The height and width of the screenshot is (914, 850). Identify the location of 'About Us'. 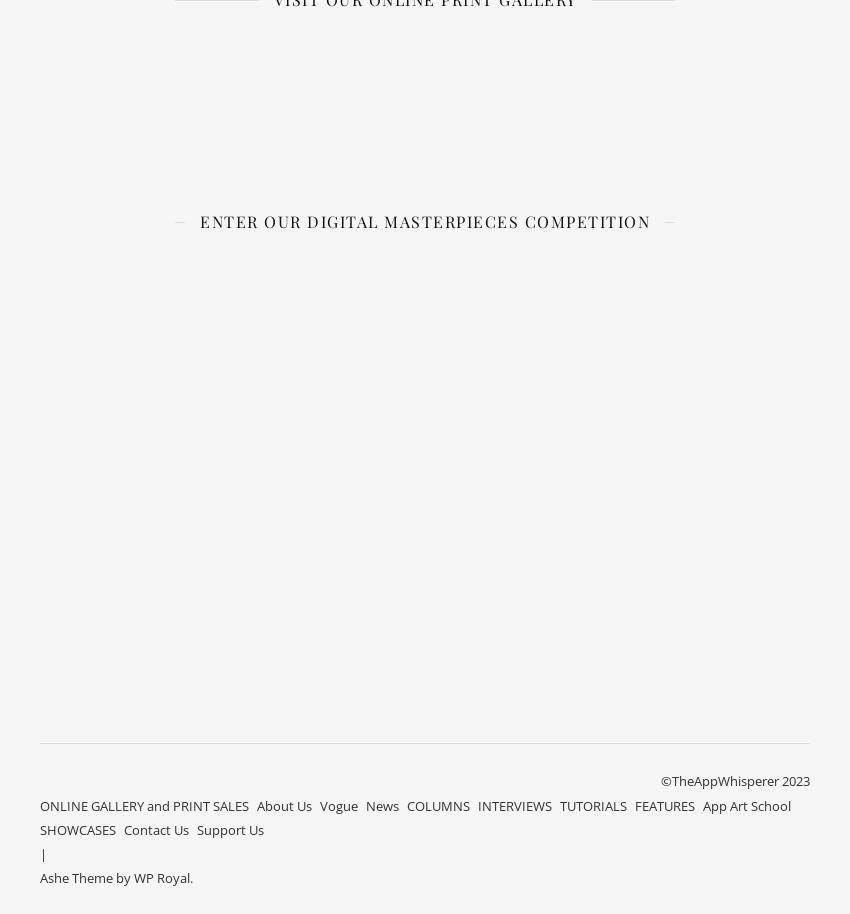
(283, 803).